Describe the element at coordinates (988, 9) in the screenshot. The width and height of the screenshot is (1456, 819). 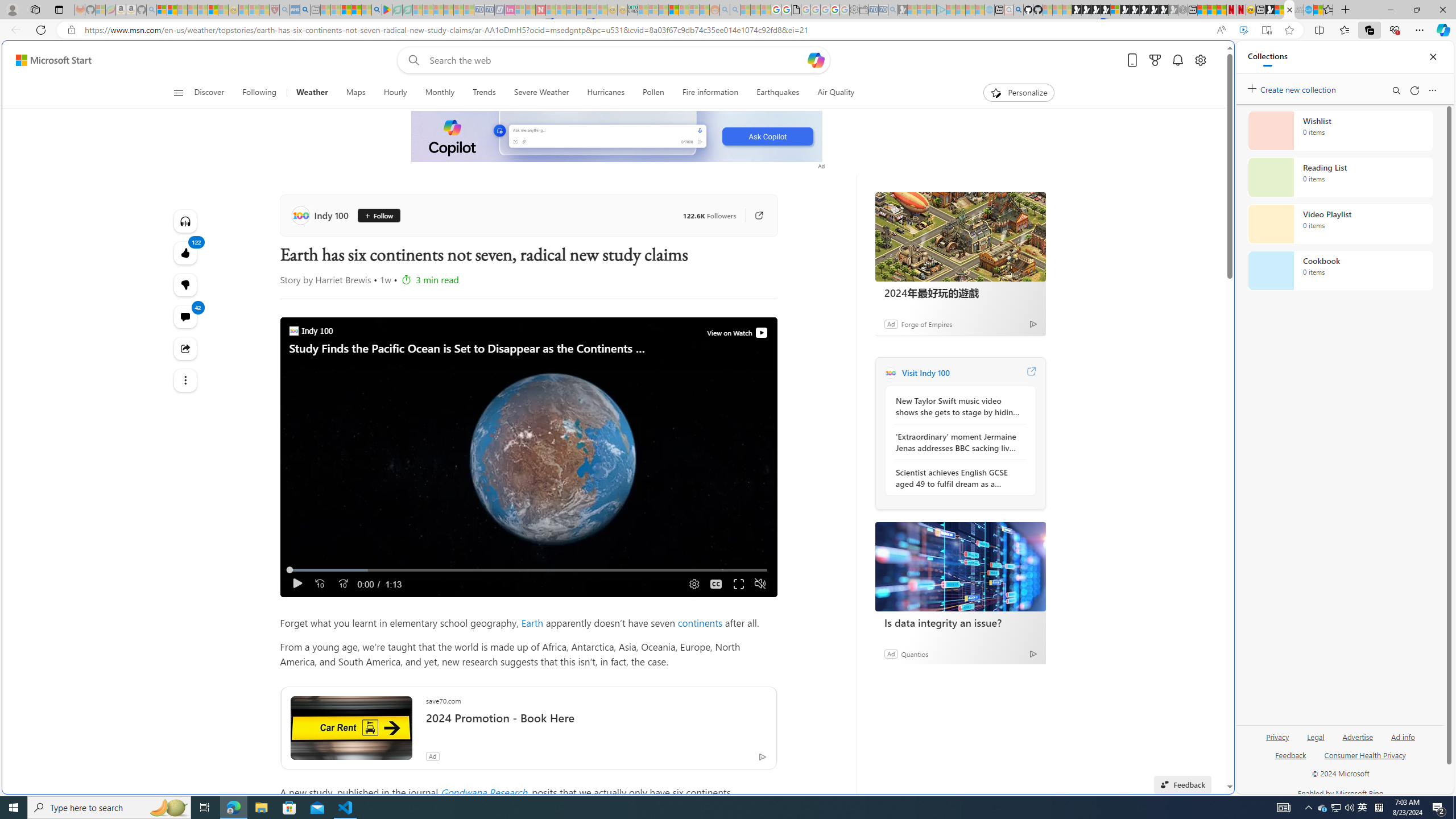
I see `'Home | Sky Blue Bikes - Sky Blue Bikes - Sleeping'` at that location.